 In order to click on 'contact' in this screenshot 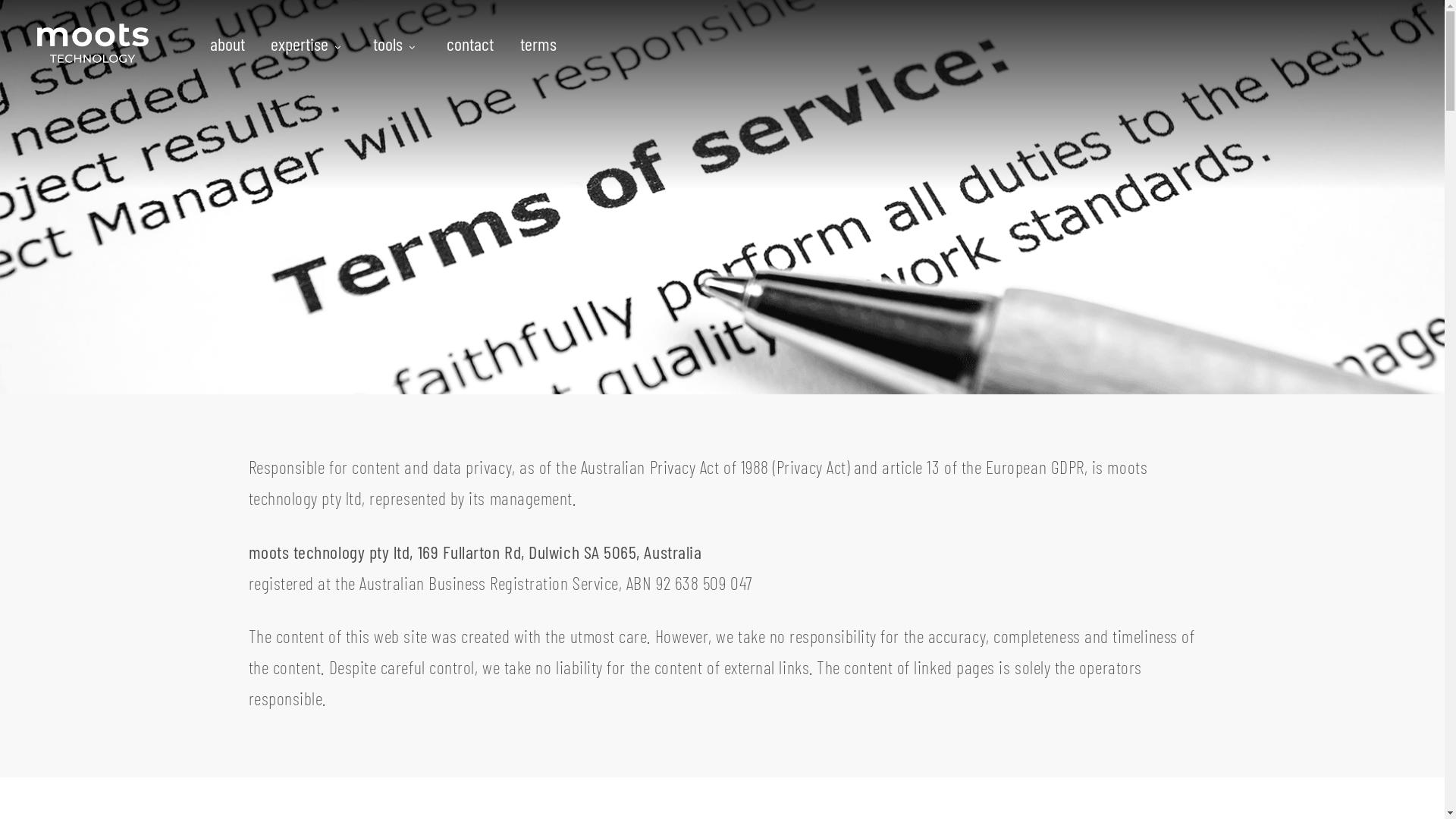, I will do `click(469, 42)`.